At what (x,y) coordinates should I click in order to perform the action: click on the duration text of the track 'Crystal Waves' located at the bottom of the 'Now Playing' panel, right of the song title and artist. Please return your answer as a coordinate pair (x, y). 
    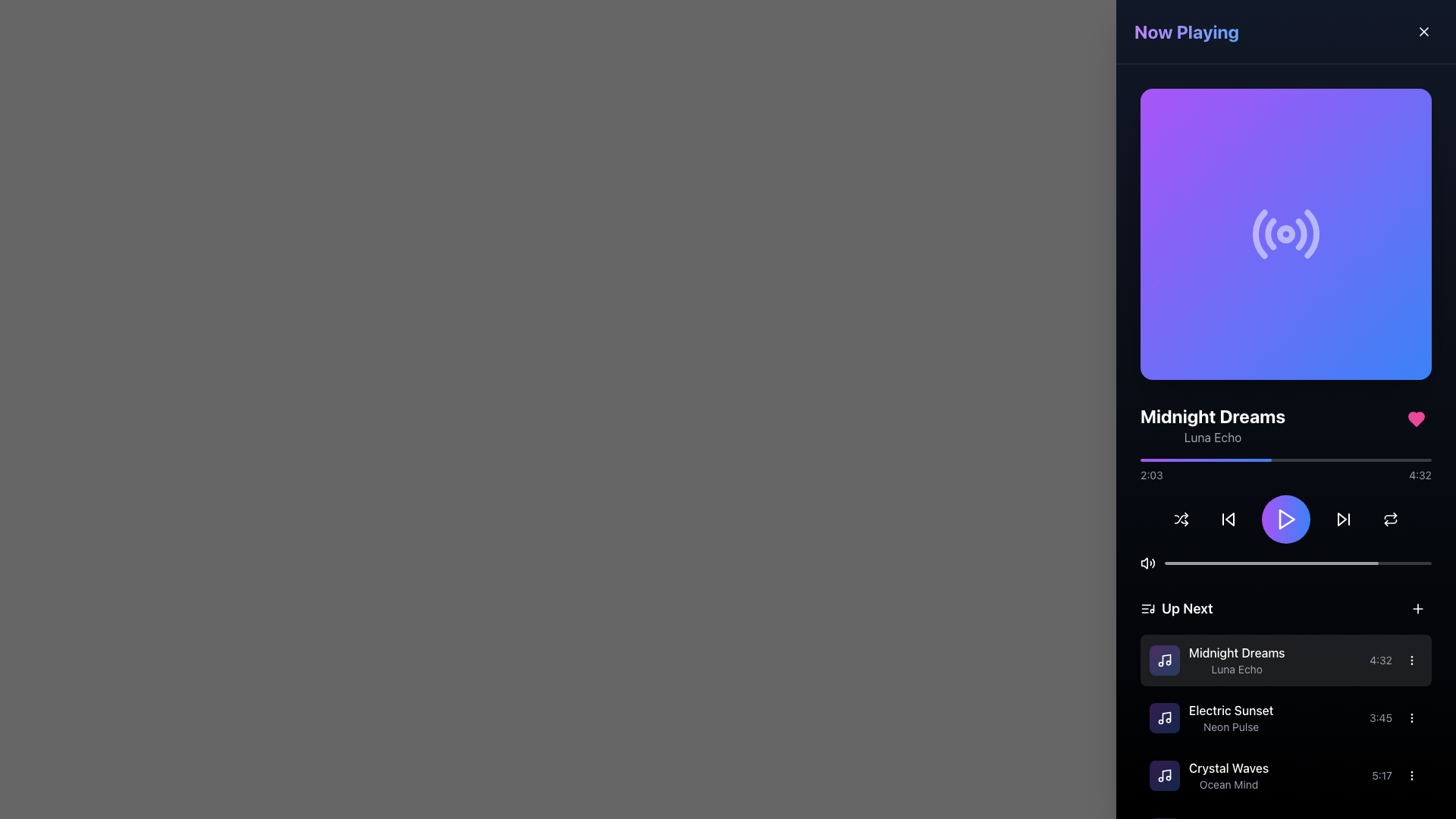
    Looking at the image, I should click on (1396, 775).